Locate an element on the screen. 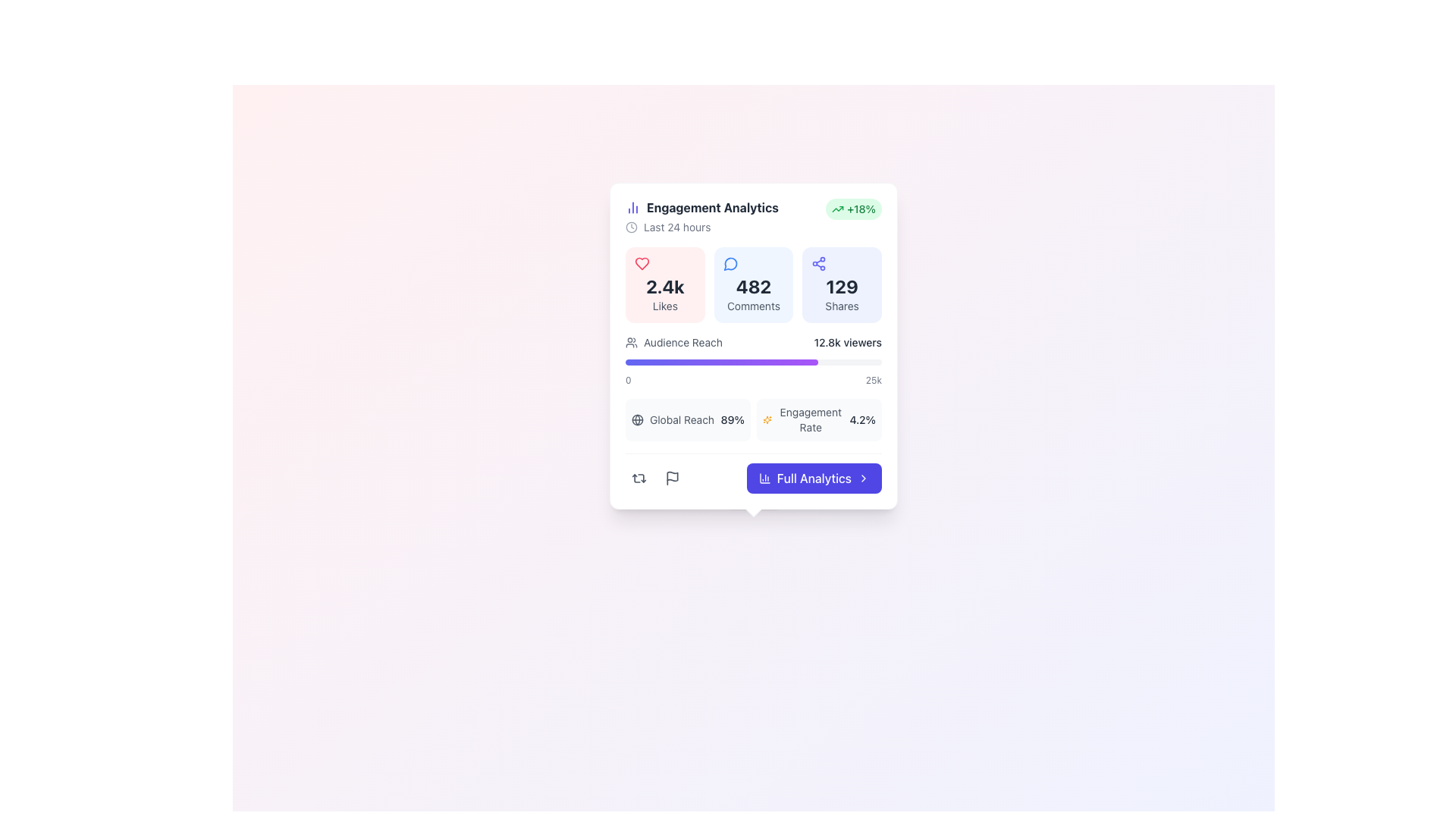  the heart icon styled in rose color, which represents likes information, located to the left of the text '2.4k Likes' is located at coordinates (738, 494).